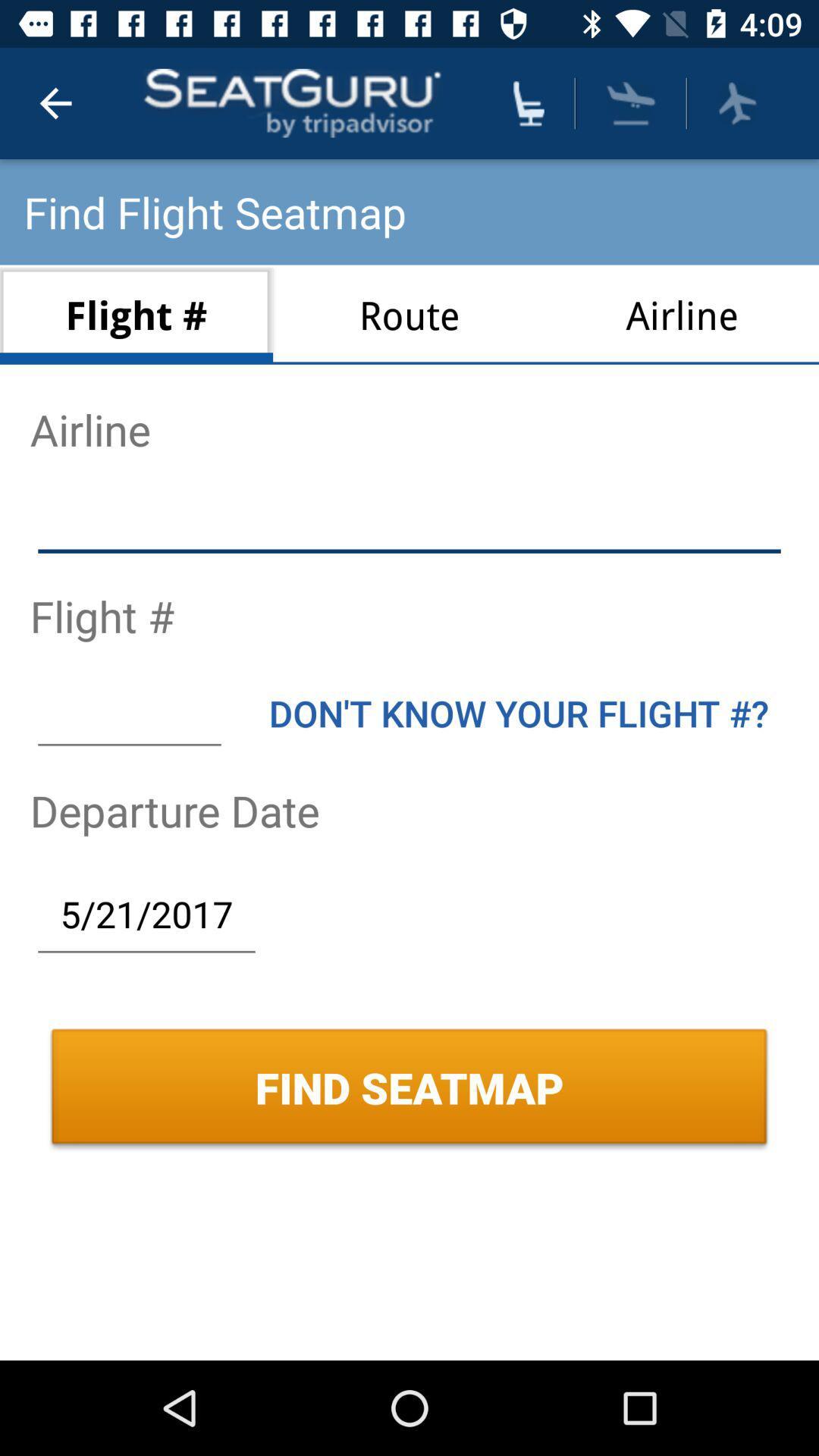 This screenshot has width=819, height=1456. I want to click on icon to the left of the don t know icon, so click(128, 712).